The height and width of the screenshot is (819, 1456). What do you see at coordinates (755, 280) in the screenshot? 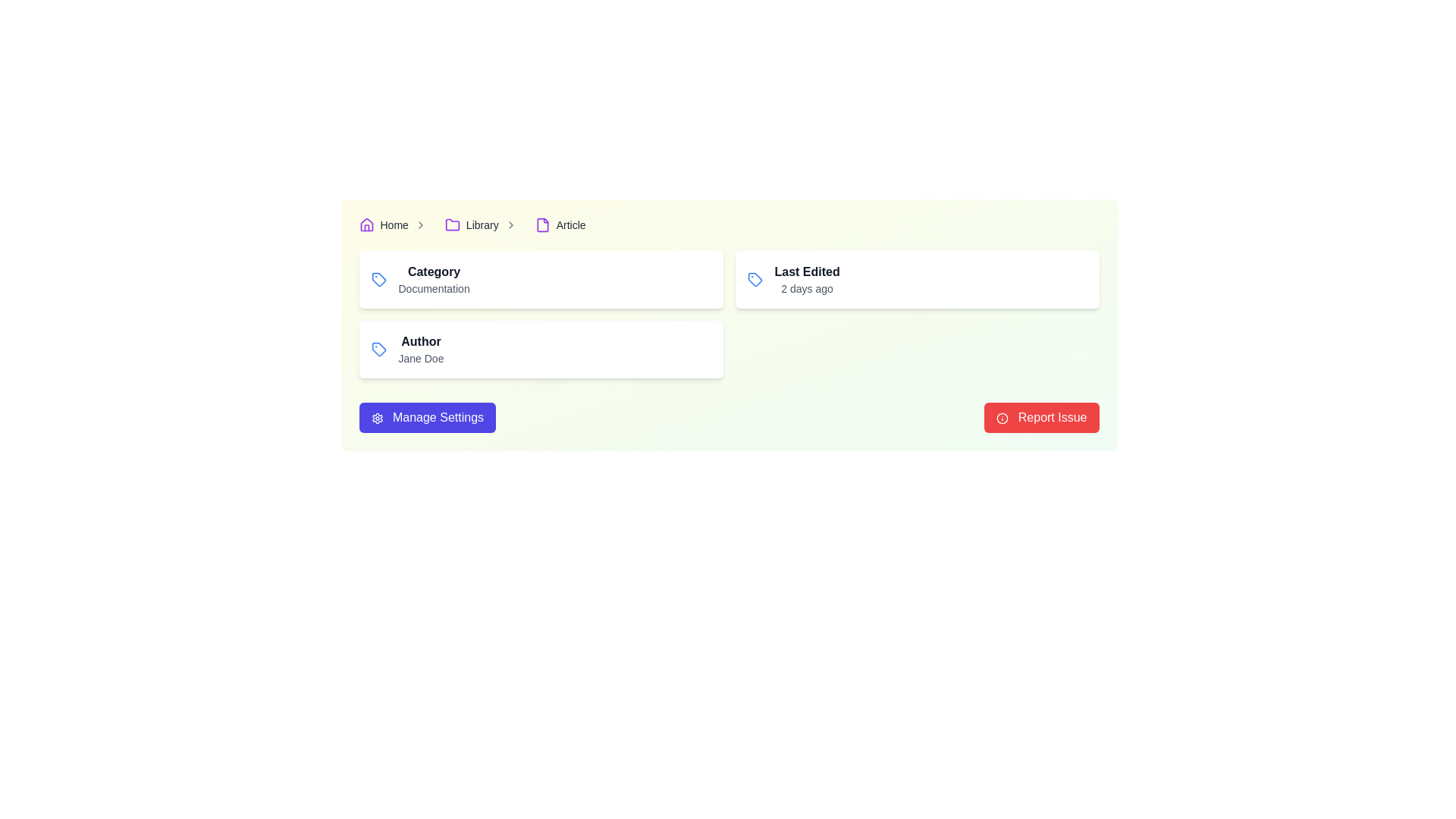
I see `the blue tag outline icon located within a white card, positioned to the left of the text 'Last Edited'` at bounding box center [755, 280].